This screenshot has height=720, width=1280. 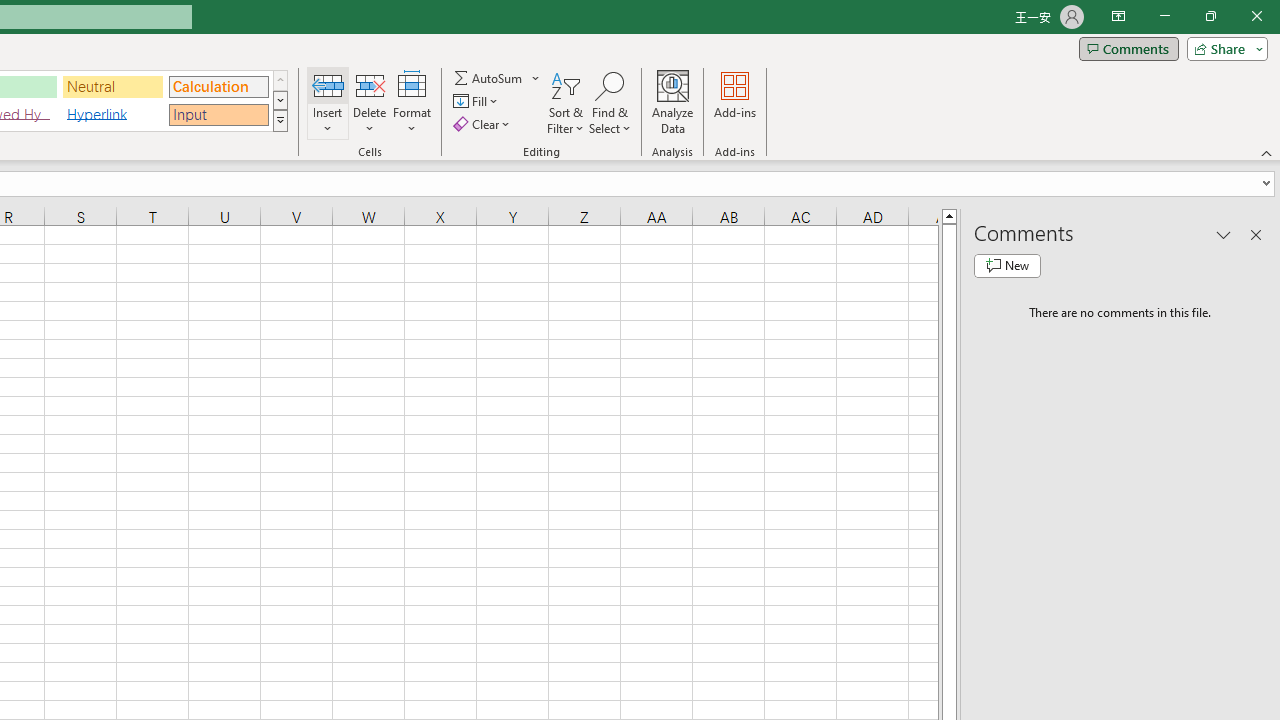 What do you see at coordinates (369, 103) in the screenshot?
I see `'Delete'` at bounding box center [369, 103].